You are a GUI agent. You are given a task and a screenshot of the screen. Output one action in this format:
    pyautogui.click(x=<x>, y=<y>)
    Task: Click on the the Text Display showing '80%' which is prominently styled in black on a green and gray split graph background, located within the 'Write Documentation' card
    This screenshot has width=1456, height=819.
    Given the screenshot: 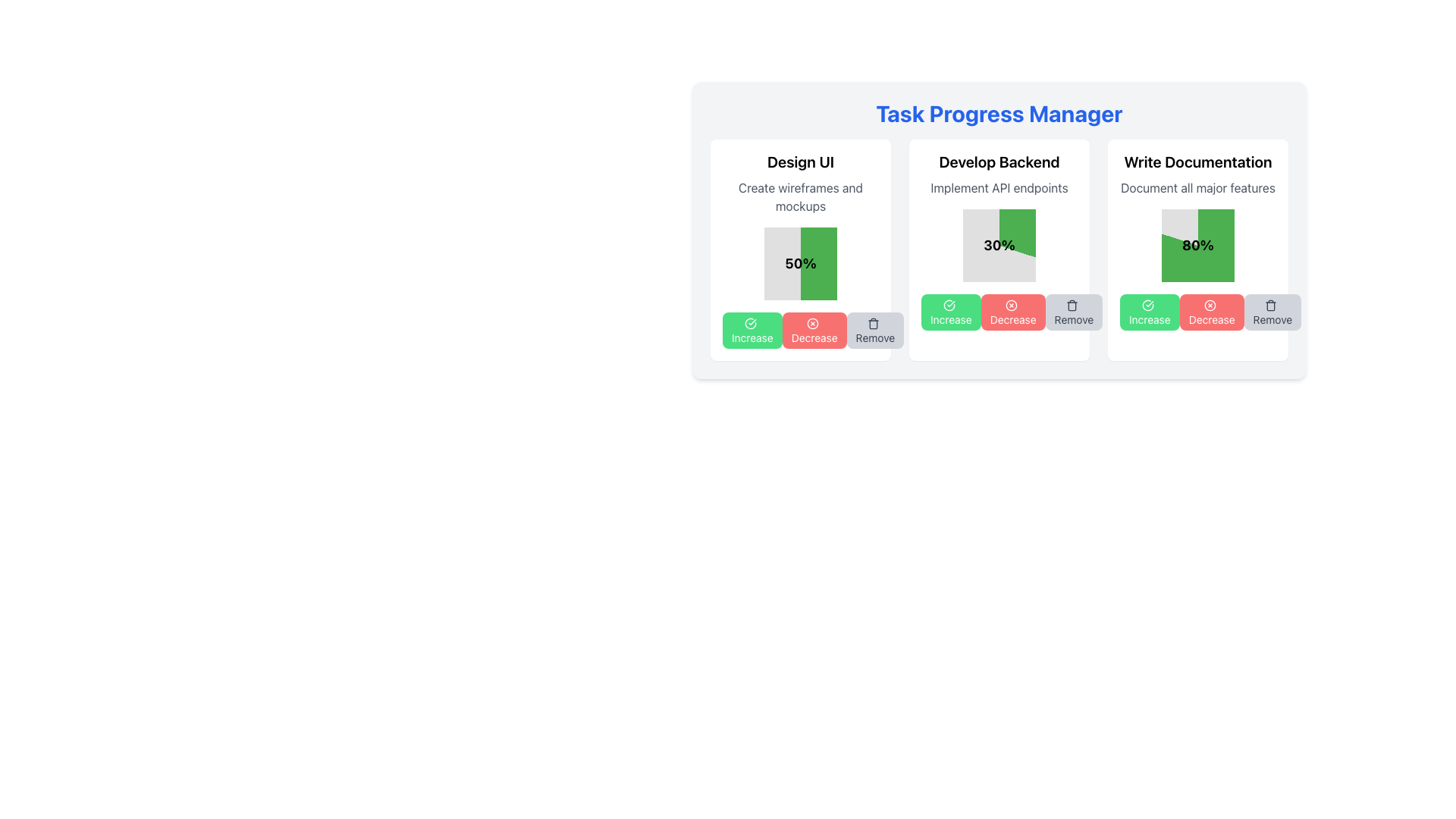 What is the action you would take?
    pyautogui.click(x=1197, y=245)
    